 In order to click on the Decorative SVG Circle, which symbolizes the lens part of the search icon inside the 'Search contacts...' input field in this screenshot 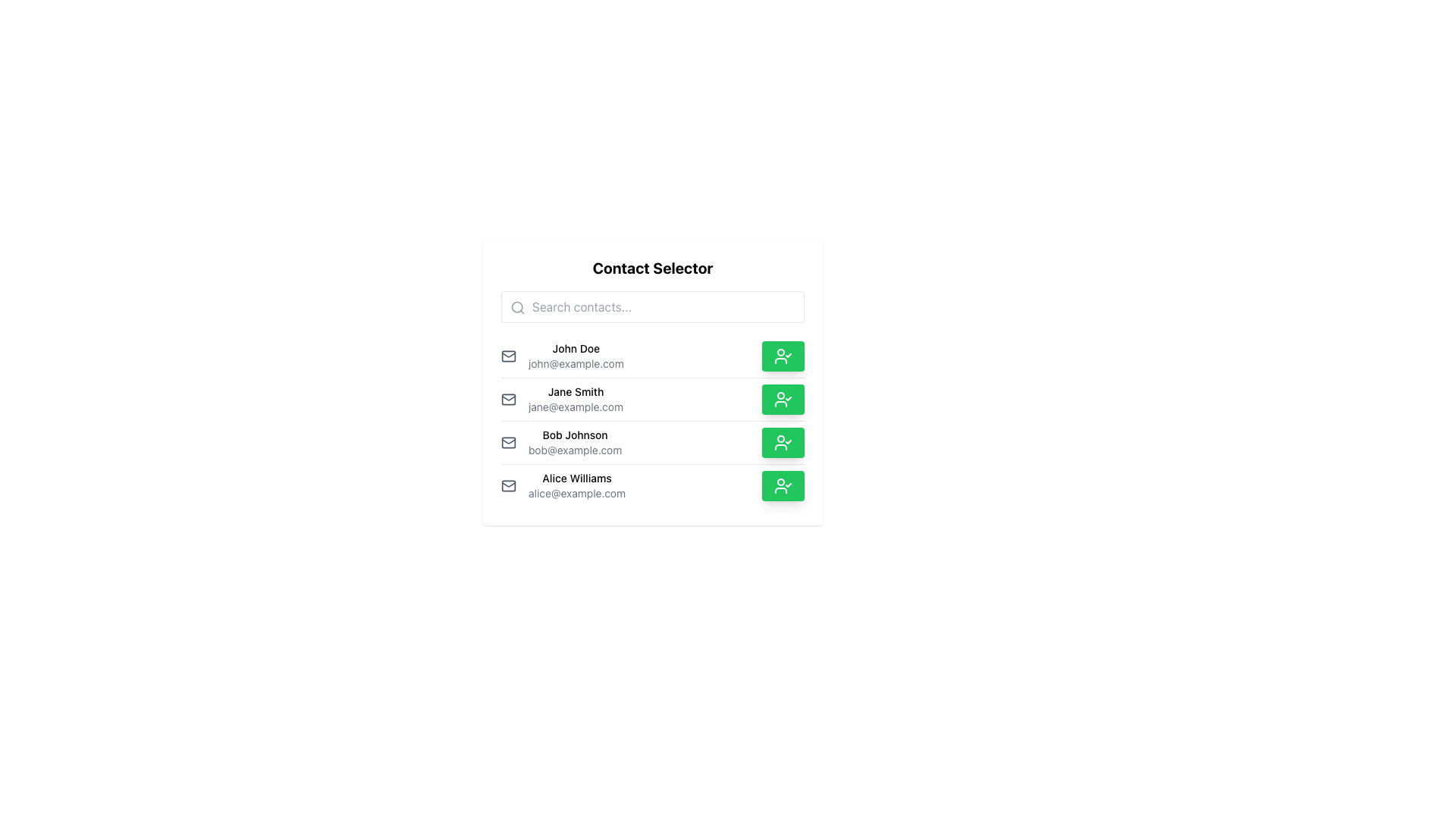, I will do `click(517, 307)`.